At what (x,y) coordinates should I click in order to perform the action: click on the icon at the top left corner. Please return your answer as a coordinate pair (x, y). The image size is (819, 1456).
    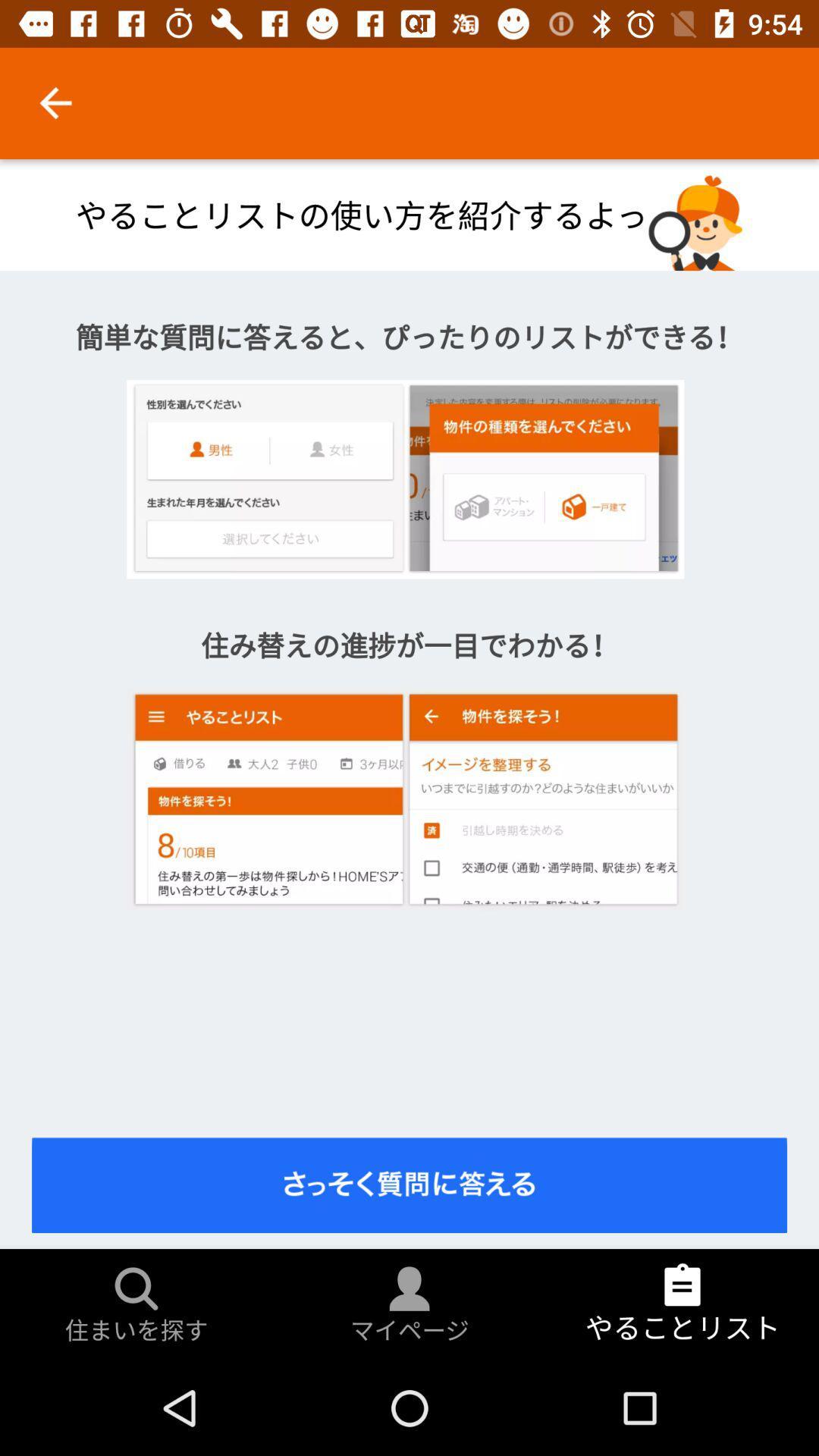
    Looking at the image, I should click on (55, 102).